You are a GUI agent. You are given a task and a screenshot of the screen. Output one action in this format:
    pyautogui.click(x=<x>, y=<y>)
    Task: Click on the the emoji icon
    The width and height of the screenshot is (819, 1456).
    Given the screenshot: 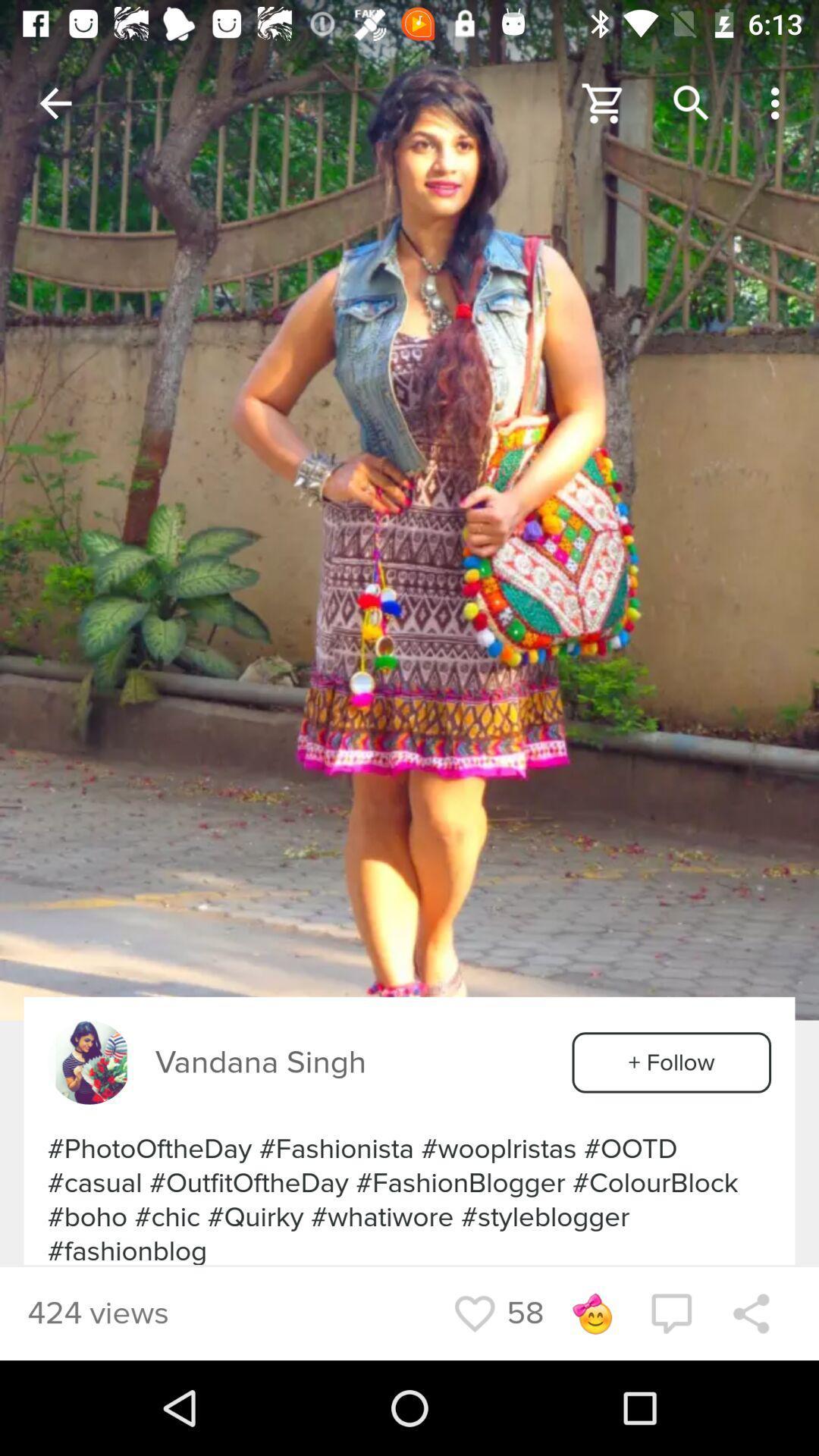 What is the action you would take?
    pyautogui.click(x=591, y=1313)
    